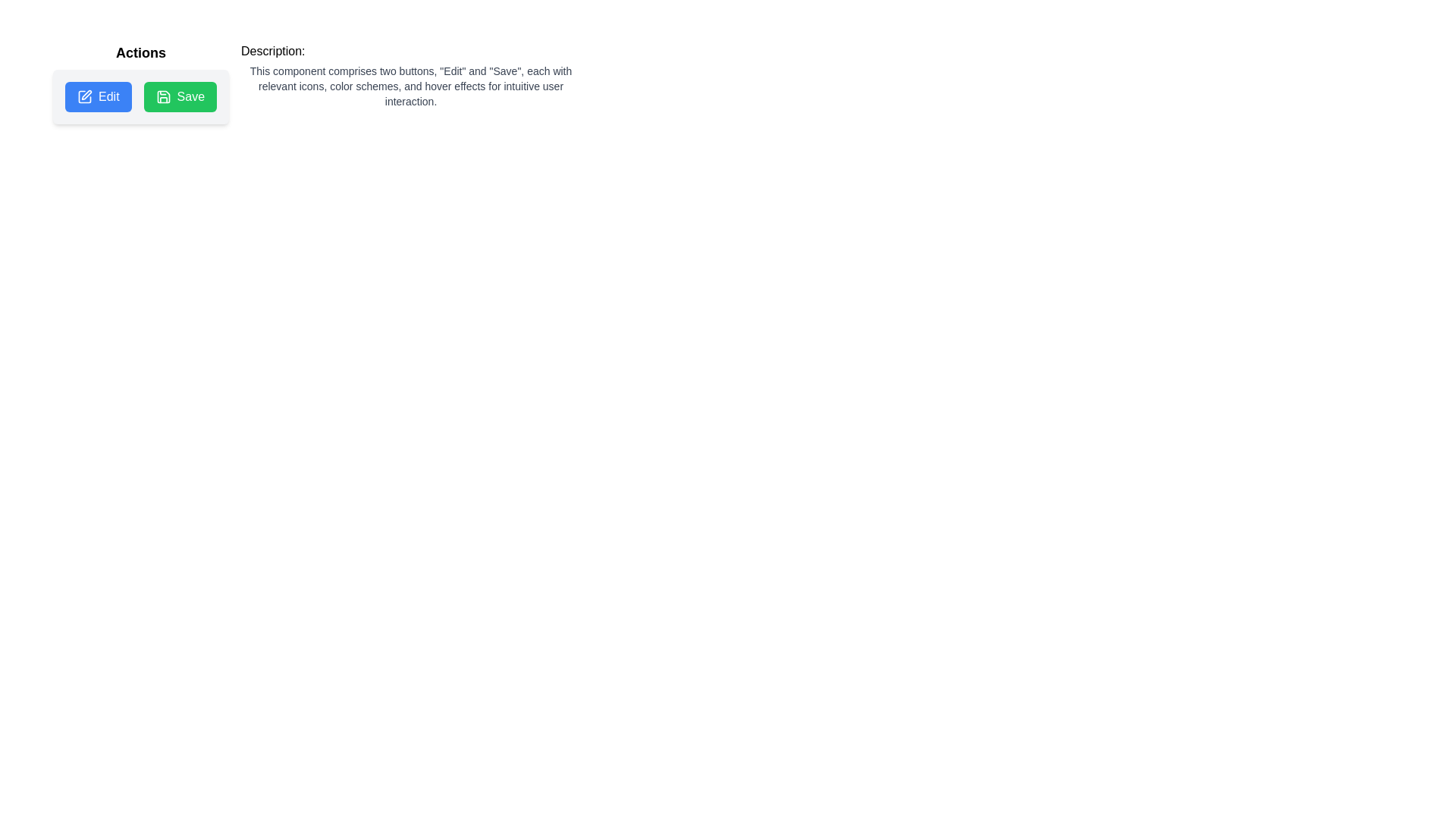 Image resolution: width=1456 pixels, height=819 pixels. Describe the element at coordinates (180, 96) in the screenshot. I see `the 'Save' button with a green background and white text` at that location.